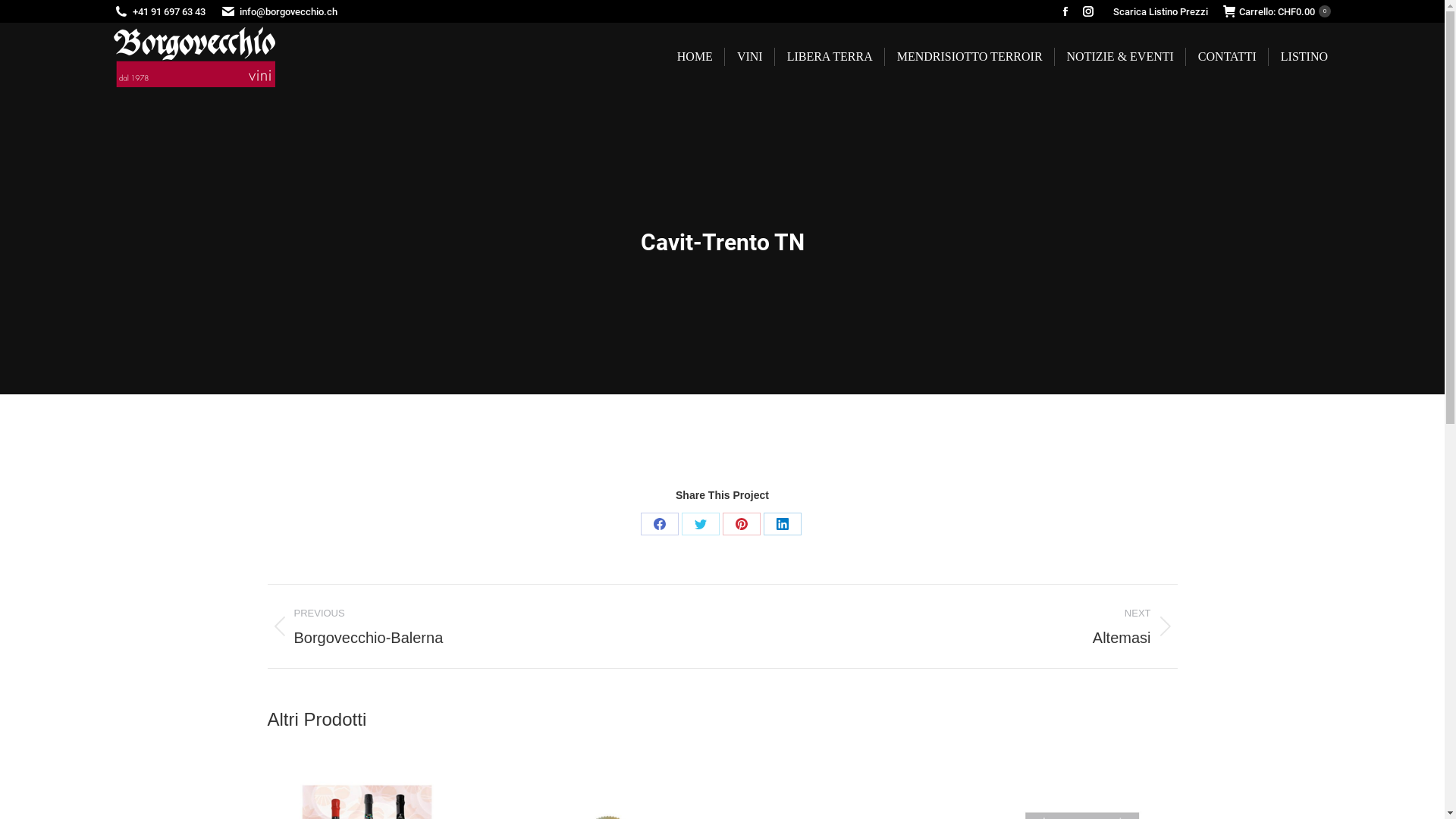 The height and width of the screenshot is (819, 1456). Describe the element at coordinates (1113, 11) in the screenshot. I see `'Scarica Listino Prezzi'` at that location.